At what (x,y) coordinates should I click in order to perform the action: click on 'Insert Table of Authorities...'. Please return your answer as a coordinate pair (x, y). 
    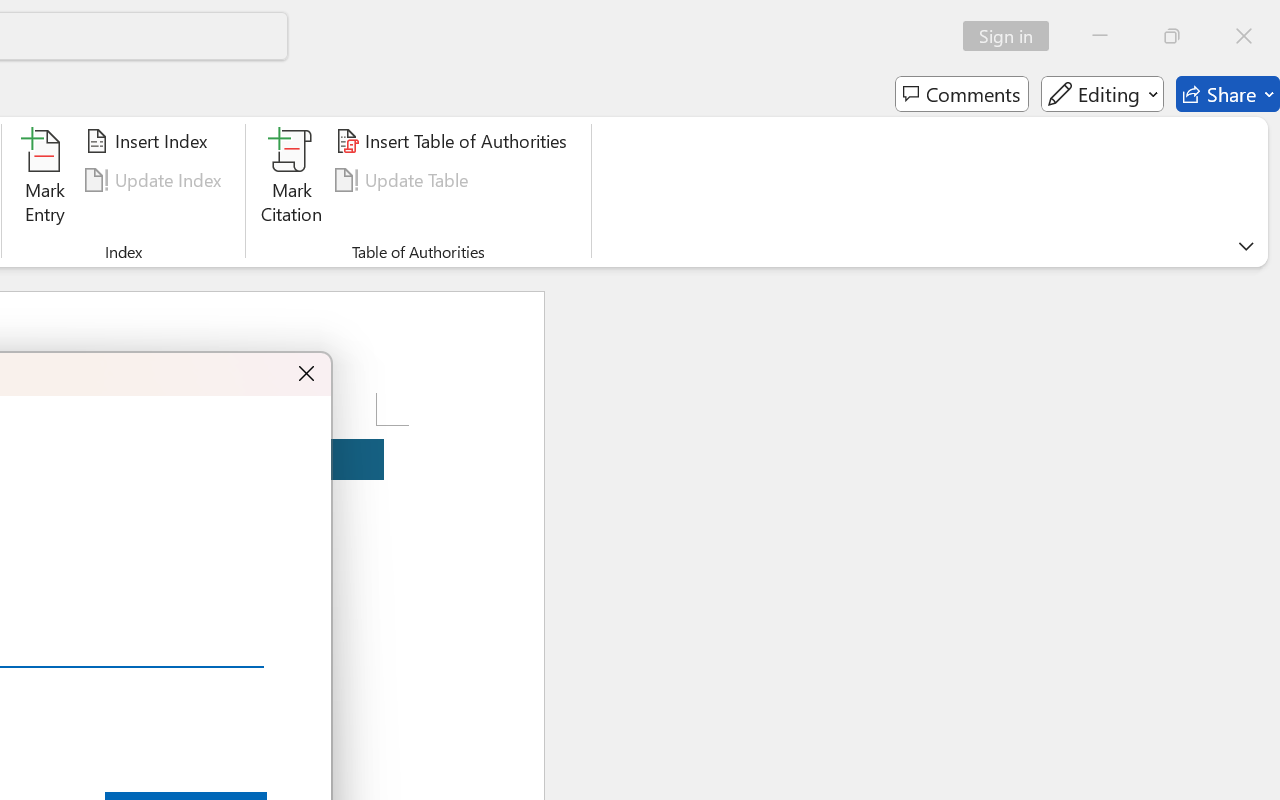
    Looking at the image, I should click on (453, 141).